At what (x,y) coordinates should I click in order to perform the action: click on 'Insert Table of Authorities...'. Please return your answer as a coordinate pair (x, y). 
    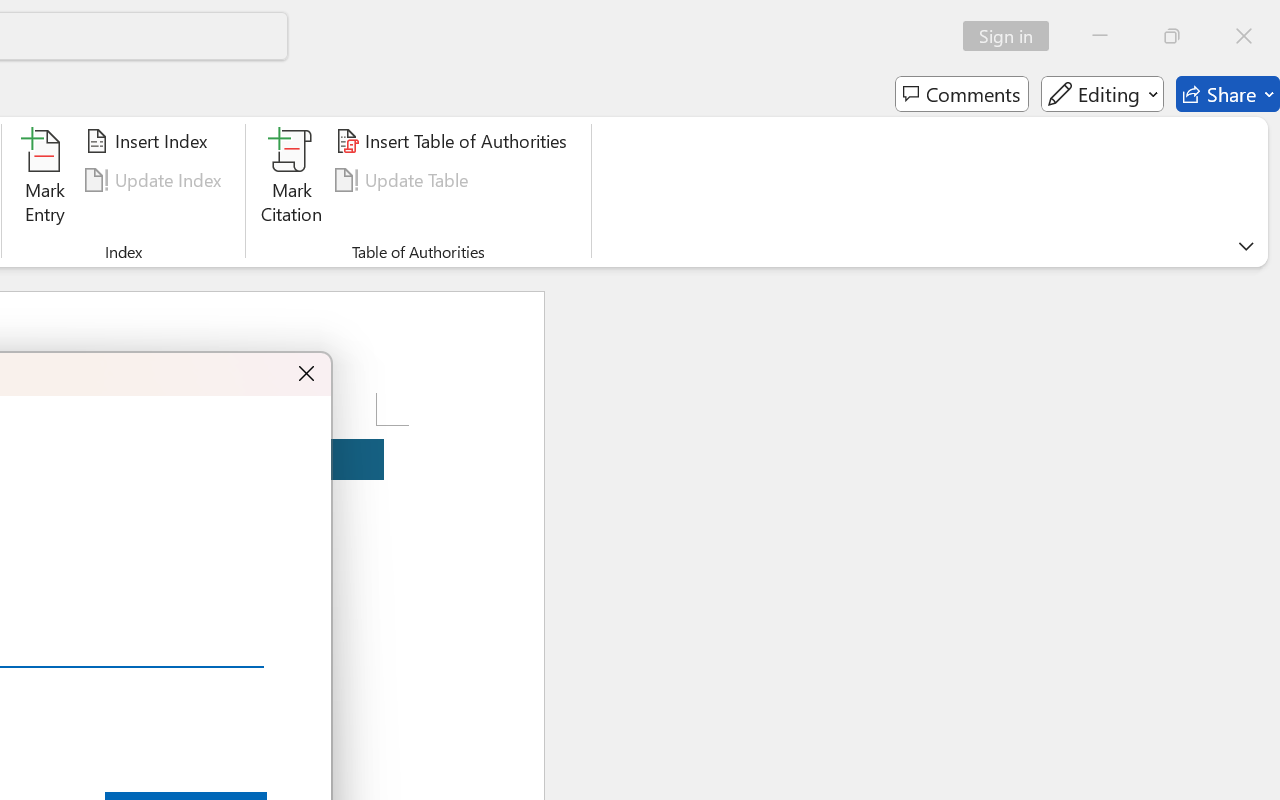
    Looking at the image, I should click on (453, 141).